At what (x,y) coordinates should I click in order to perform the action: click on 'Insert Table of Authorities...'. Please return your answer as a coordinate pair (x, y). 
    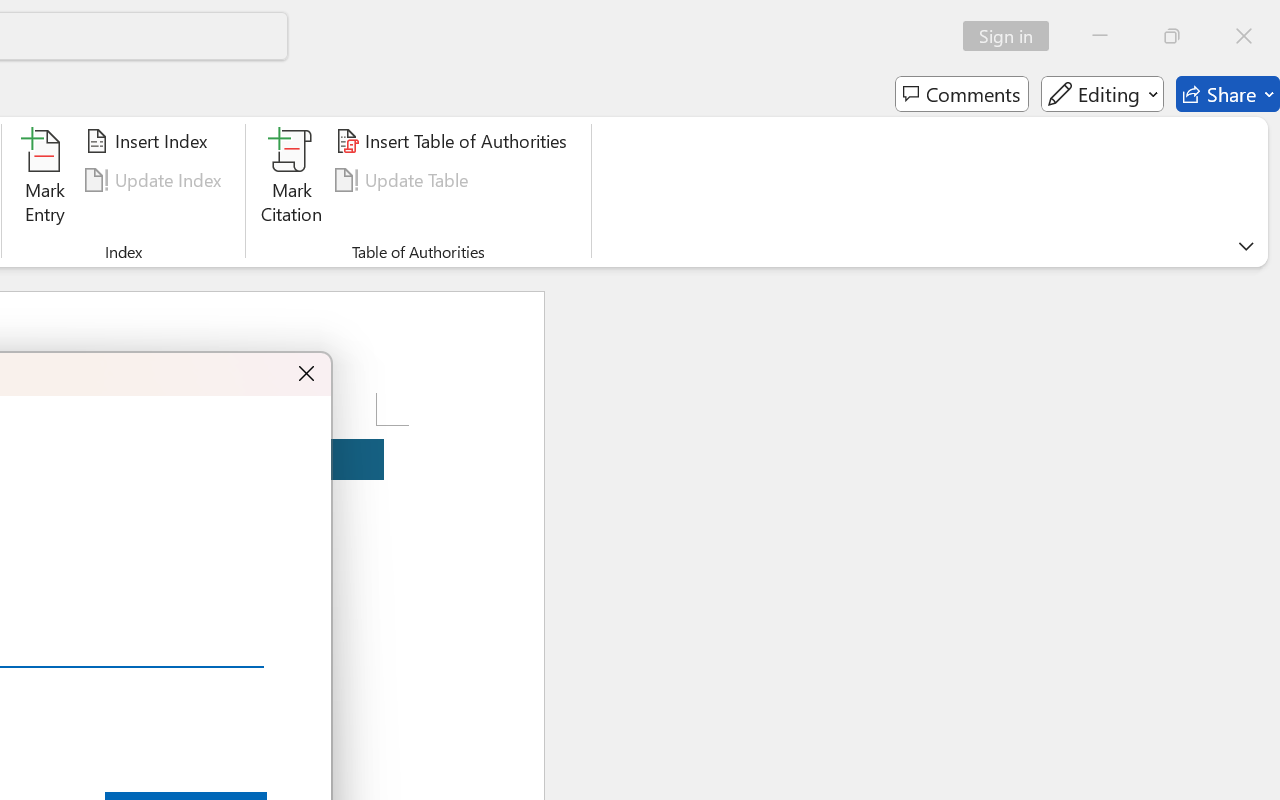
    Looking at the image, I should click on (453, 141).